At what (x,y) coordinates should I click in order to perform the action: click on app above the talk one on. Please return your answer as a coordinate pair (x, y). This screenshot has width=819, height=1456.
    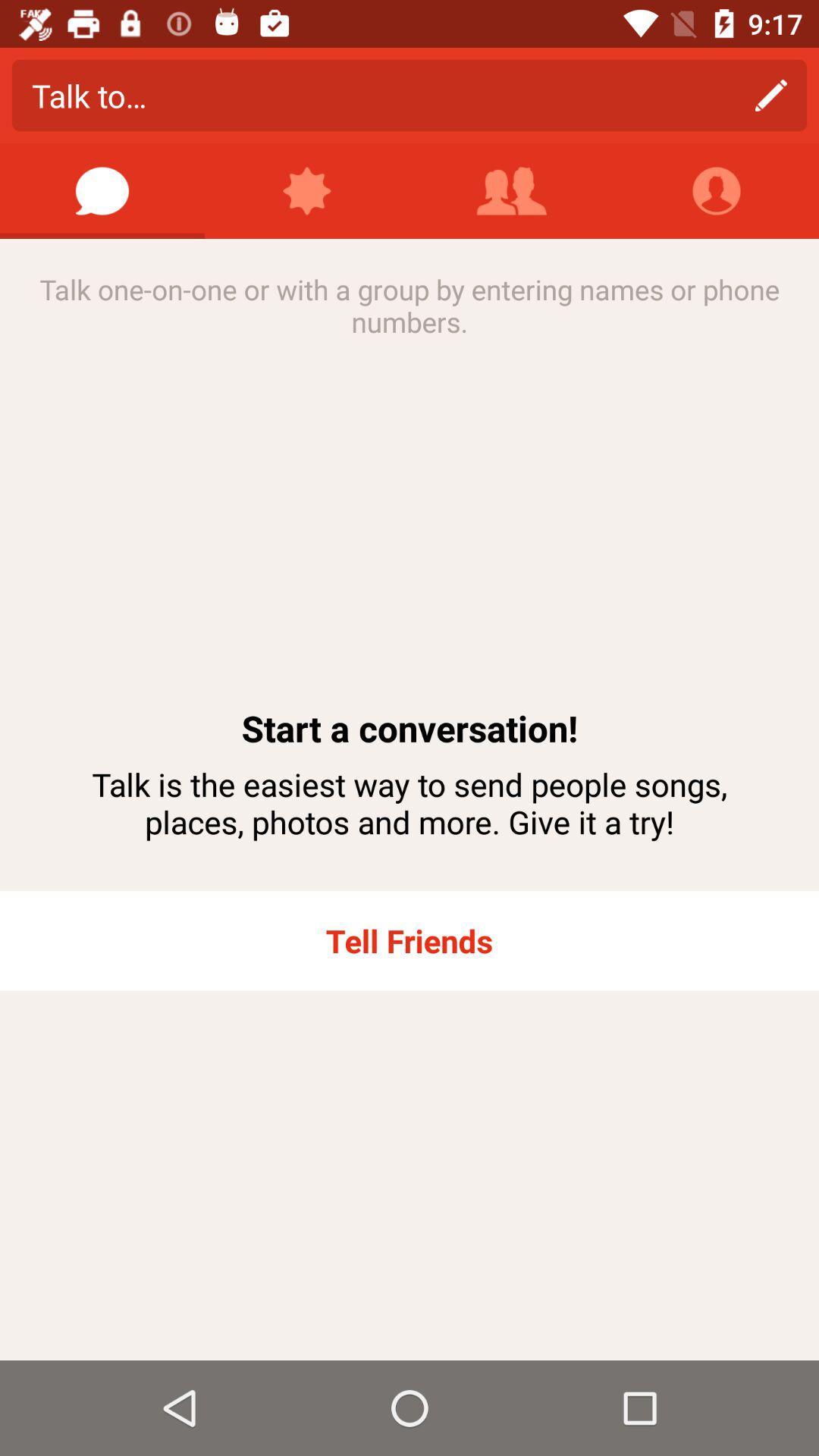
    Looking at the image, I should click on (512, 190).